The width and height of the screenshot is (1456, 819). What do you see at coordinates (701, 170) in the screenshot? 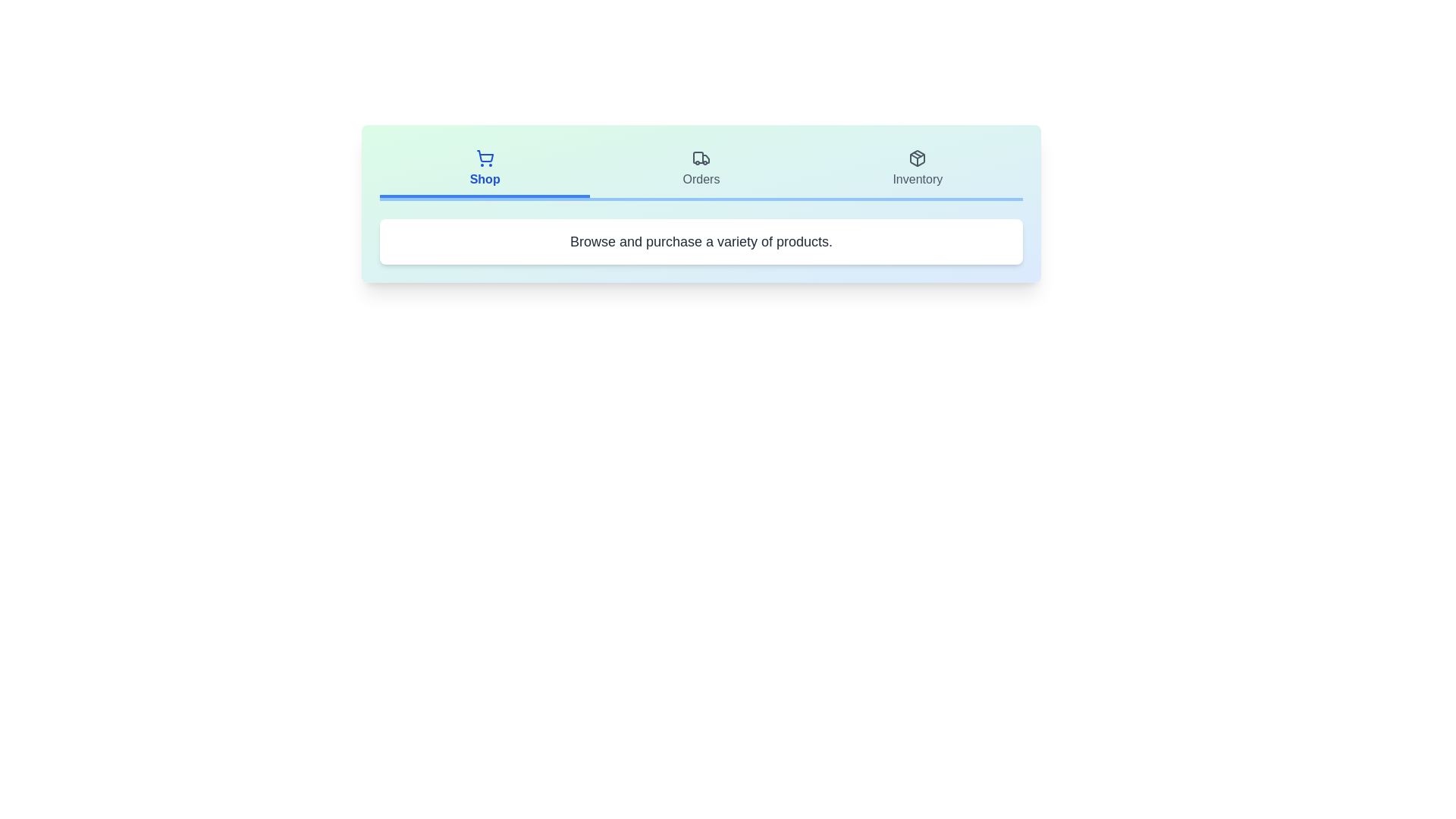
I see `the Orders tab` at bounding box center [701, 170].